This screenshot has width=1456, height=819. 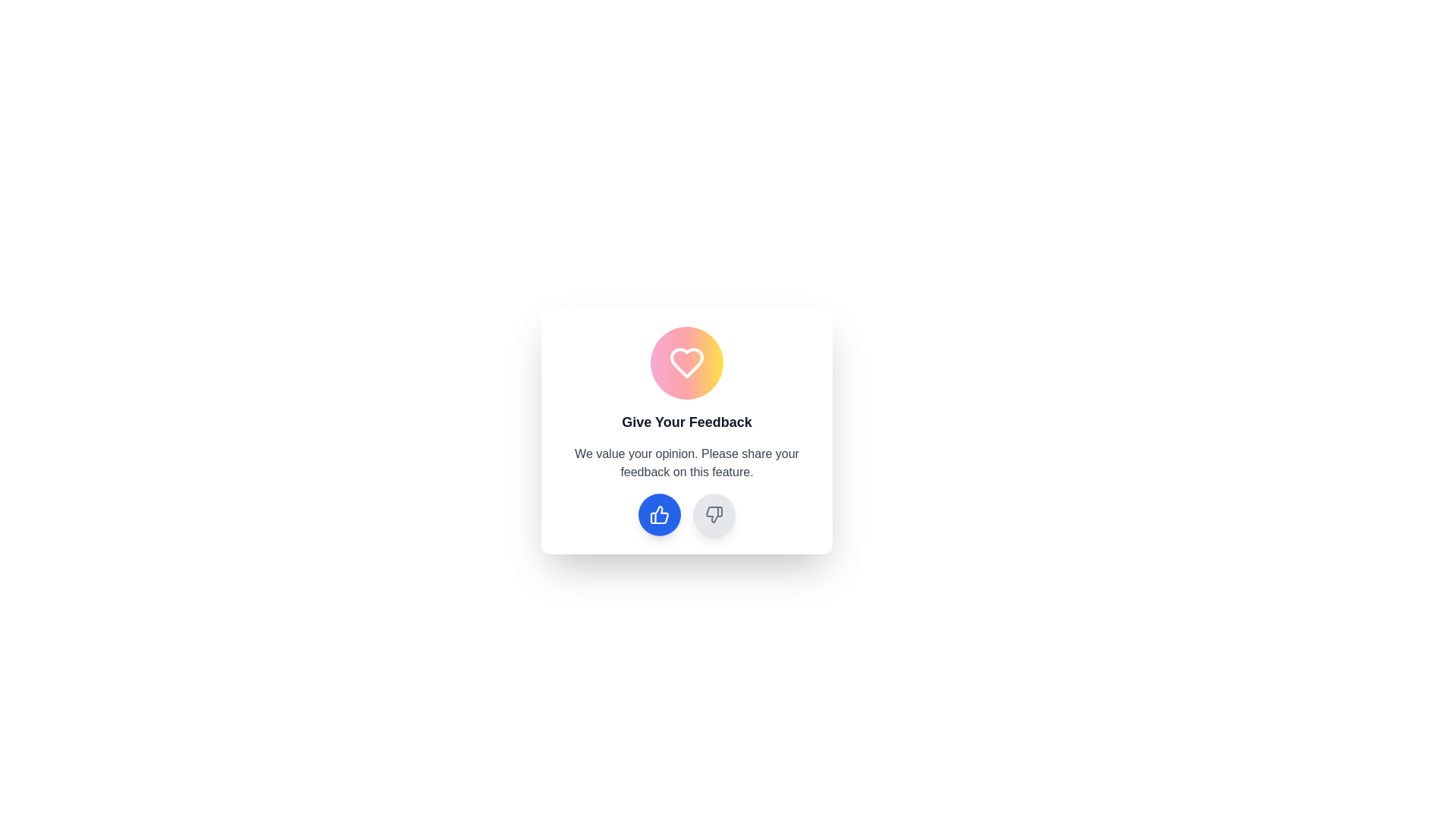 What do you see at coordinates (686, 513) in the screenshot?
I see `the right gray button in the feedback form card` at bounding box center [686, 513].